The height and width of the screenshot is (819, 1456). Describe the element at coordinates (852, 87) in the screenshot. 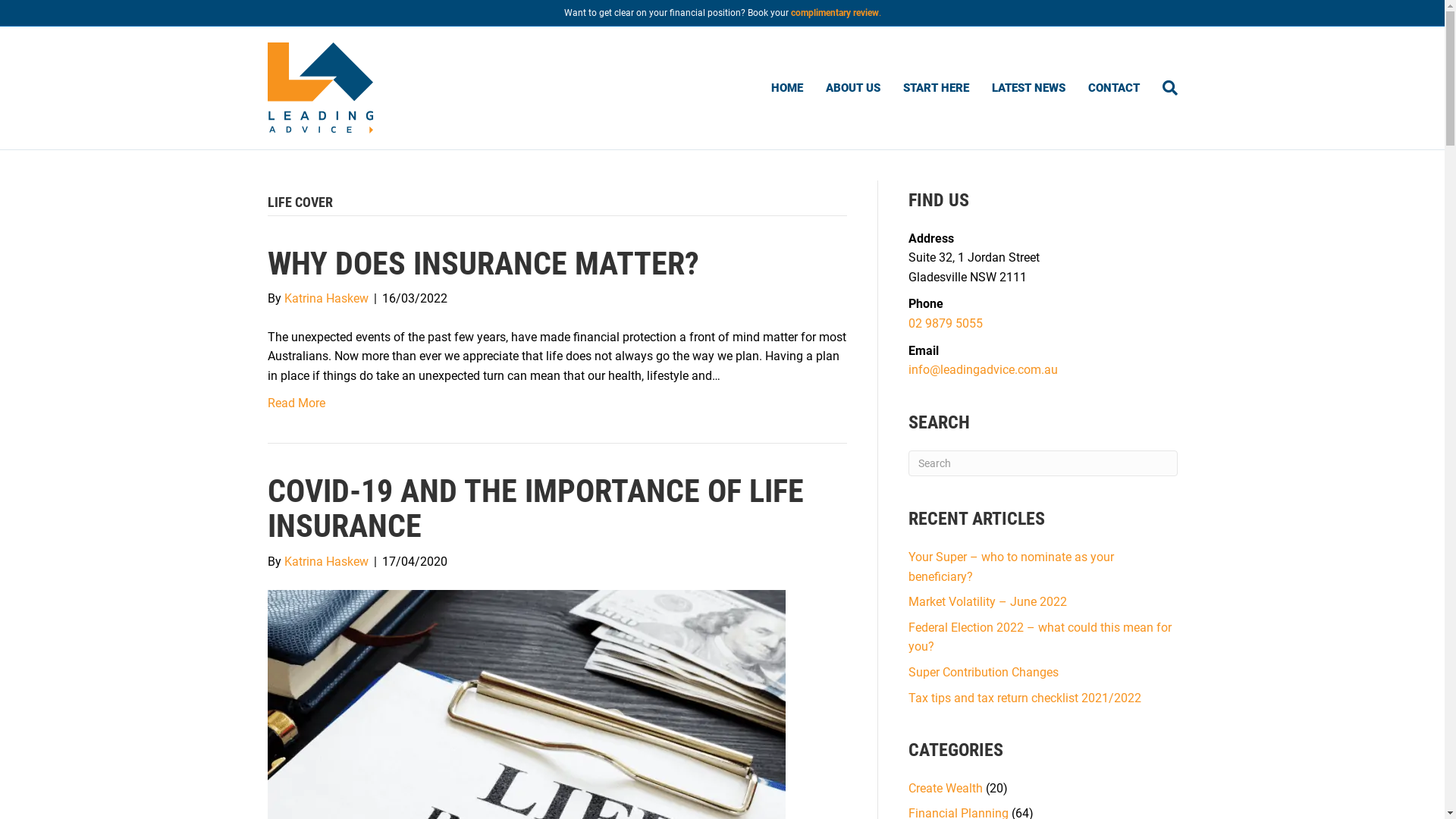

I see `'ABOUT US'` at that location.